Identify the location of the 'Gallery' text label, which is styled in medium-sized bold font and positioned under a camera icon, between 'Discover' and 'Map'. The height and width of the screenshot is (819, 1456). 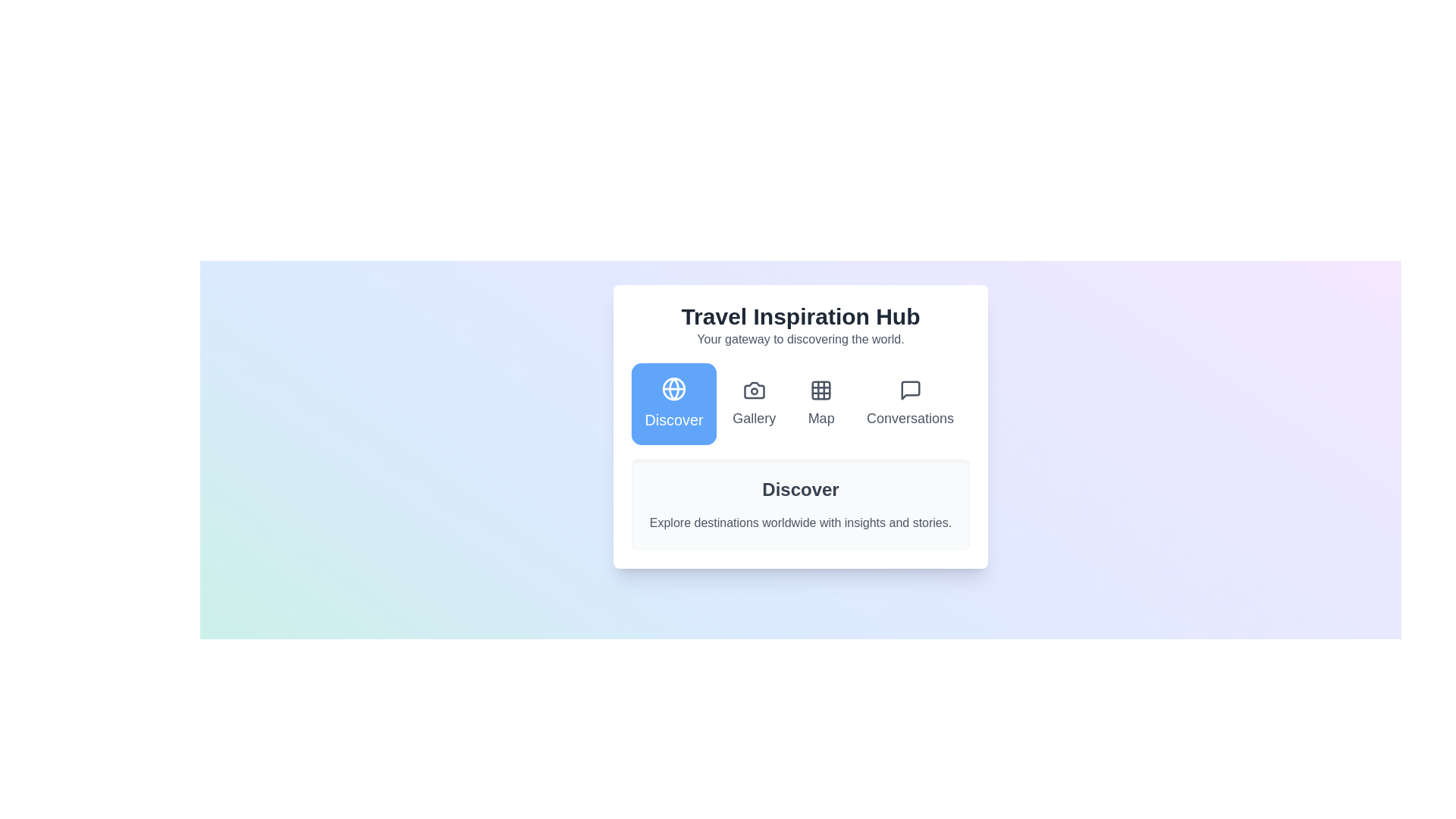
(754, 418).